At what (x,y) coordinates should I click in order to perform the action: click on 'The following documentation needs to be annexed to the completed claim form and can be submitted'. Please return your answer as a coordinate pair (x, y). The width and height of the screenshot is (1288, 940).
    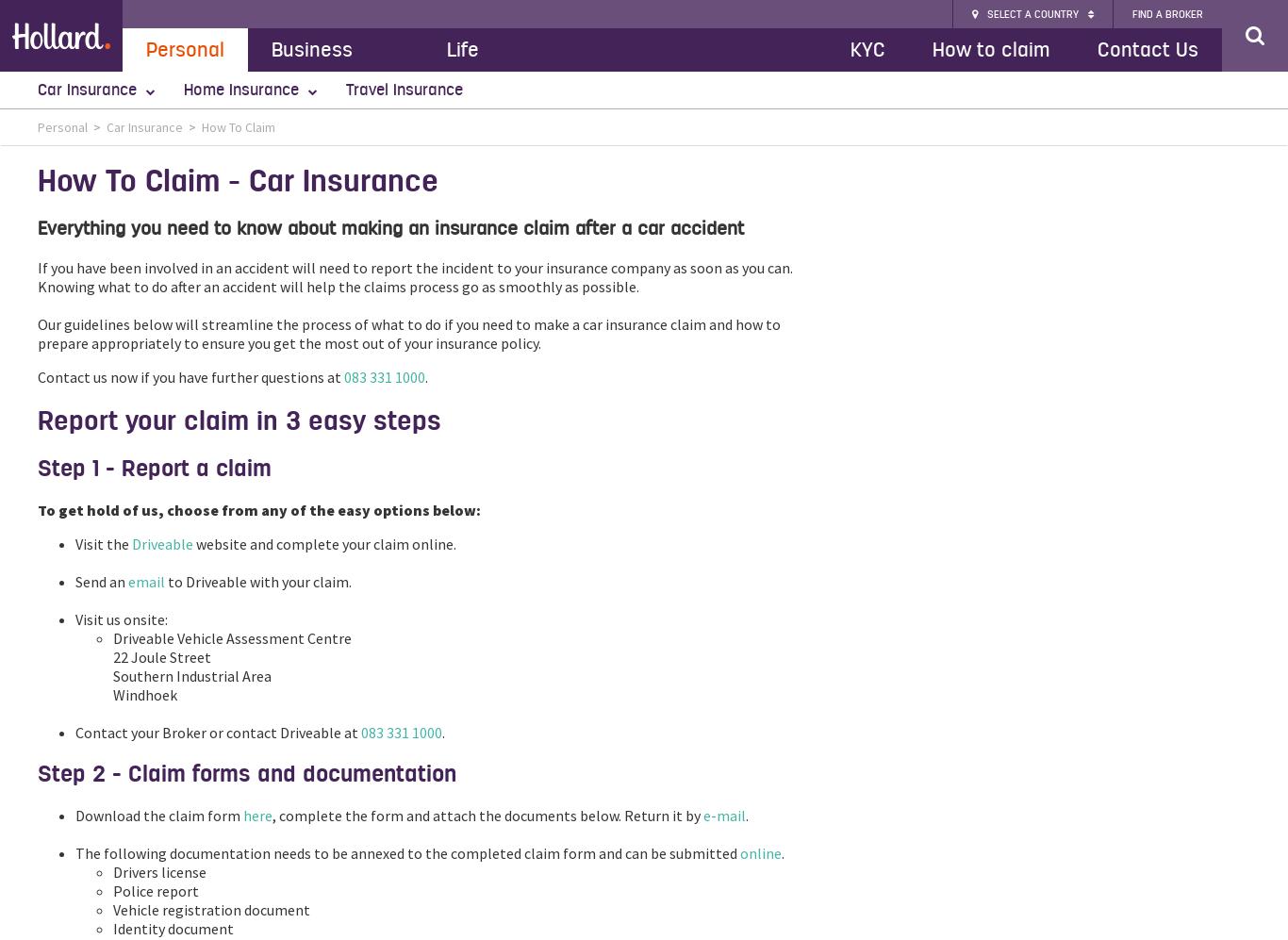
    Looking at the image, I should click on (75, 851).